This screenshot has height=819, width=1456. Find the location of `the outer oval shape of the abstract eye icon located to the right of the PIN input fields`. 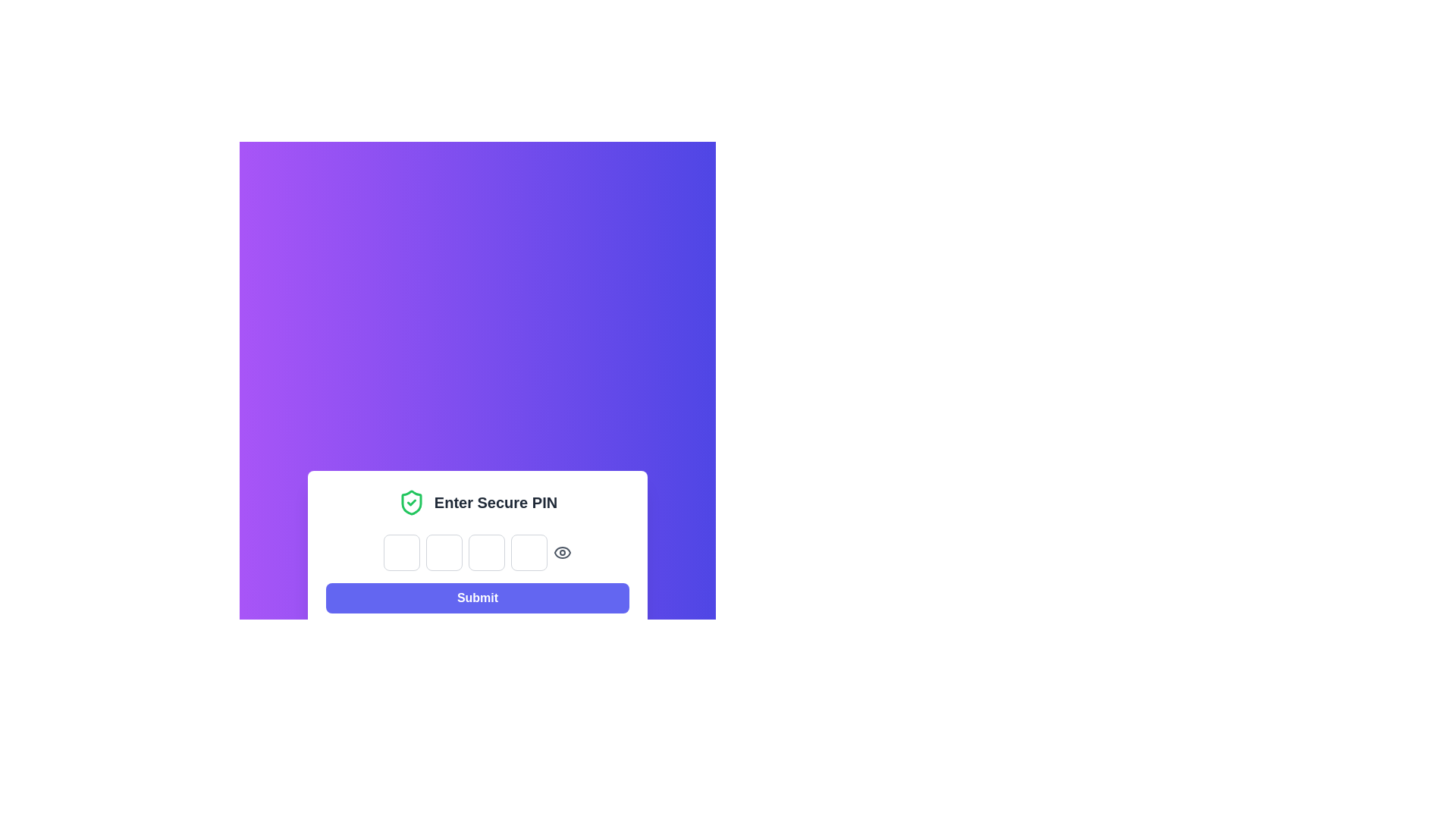

the outer oval shape of the abstract eye icon located to the right of the PIN input fields is located at coordinates (562, 553).